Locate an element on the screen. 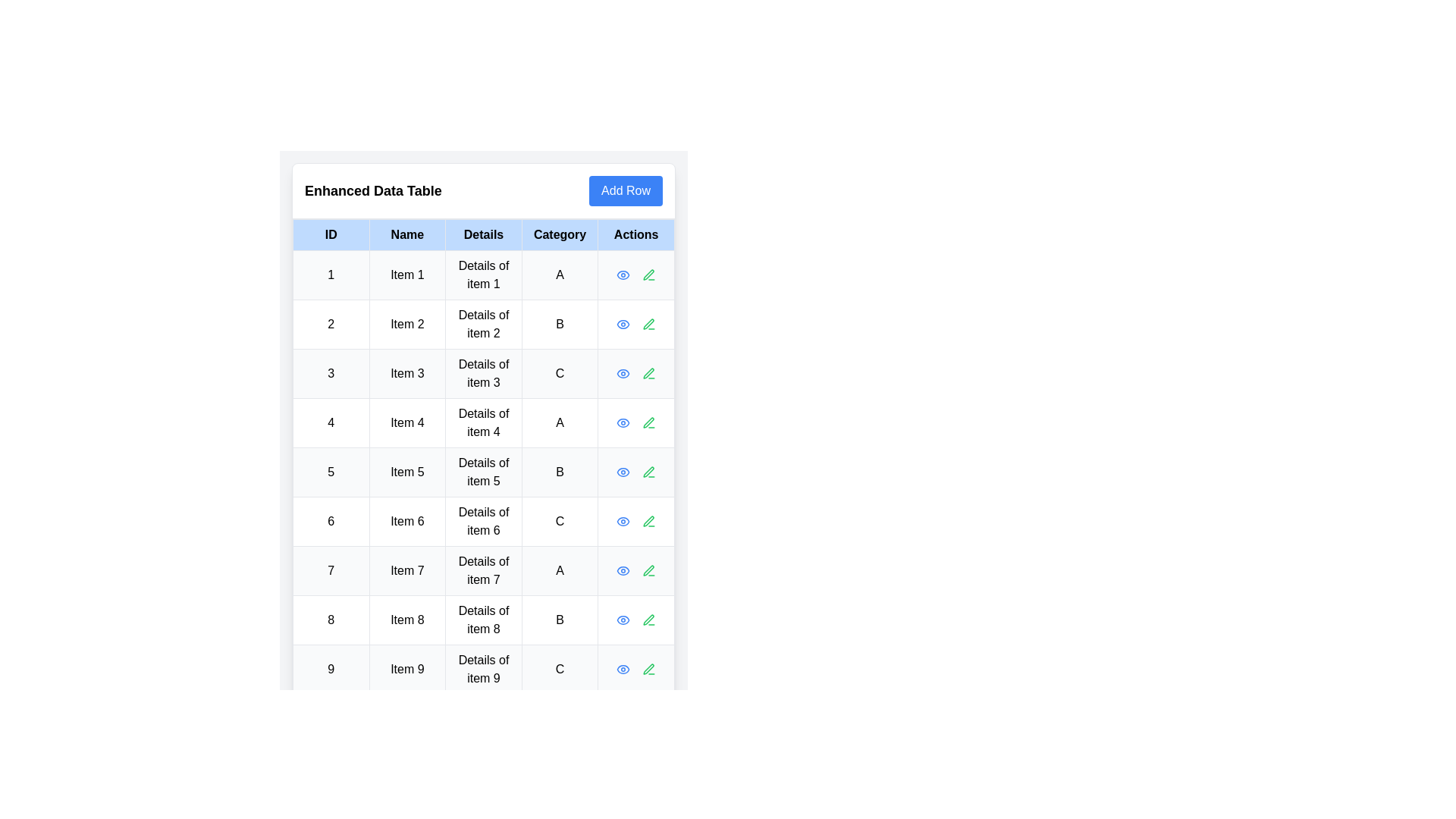  static text element containing '1' located in the first cell of the 'ID' column in the table is located at coordinates (330, 275).